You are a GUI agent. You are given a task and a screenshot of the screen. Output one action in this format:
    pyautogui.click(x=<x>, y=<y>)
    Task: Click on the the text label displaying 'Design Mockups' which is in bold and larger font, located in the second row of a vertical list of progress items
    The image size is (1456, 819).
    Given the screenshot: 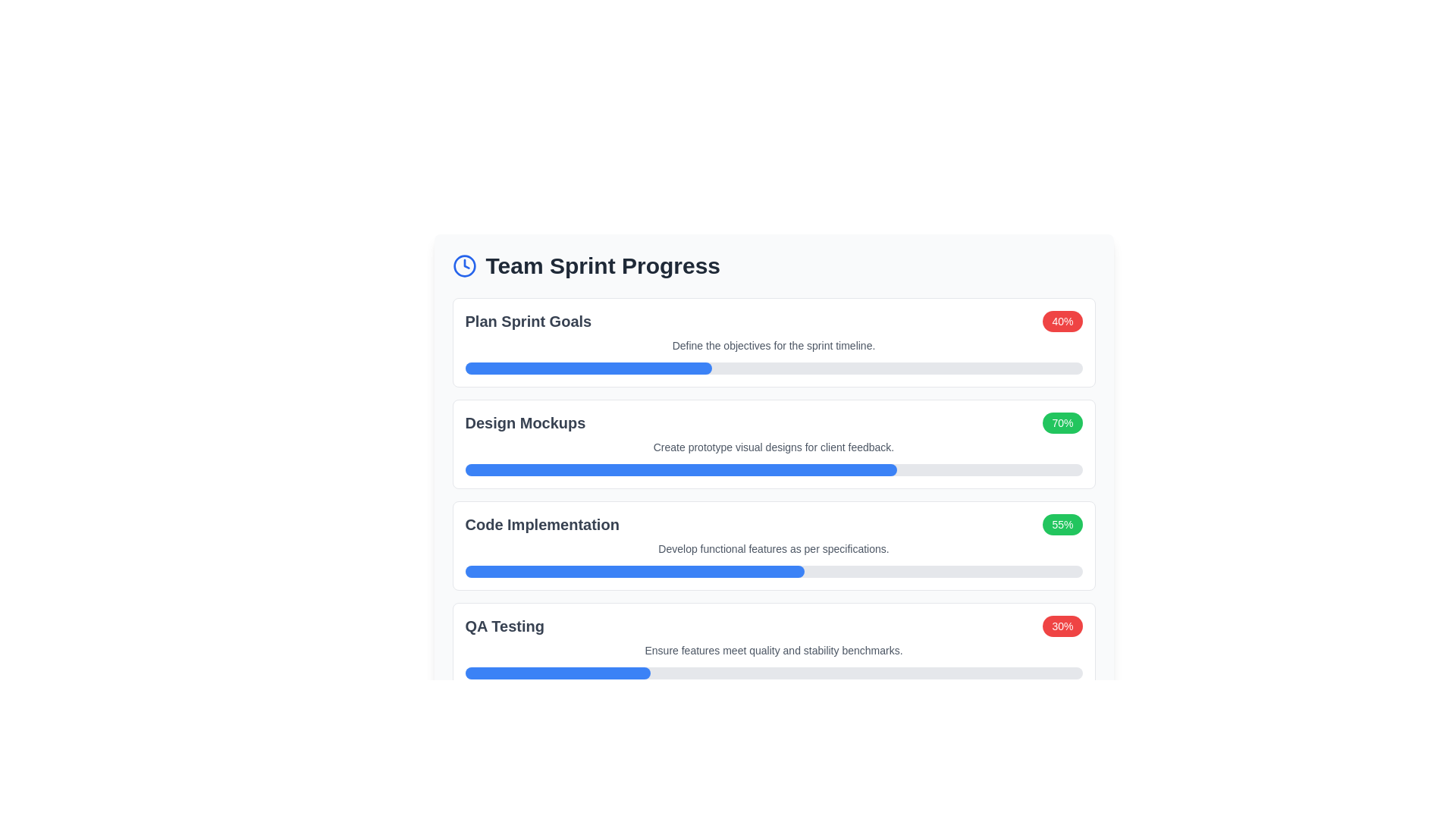 What is the action you would take?
    pyautogui.click(x=525, y=423)
    